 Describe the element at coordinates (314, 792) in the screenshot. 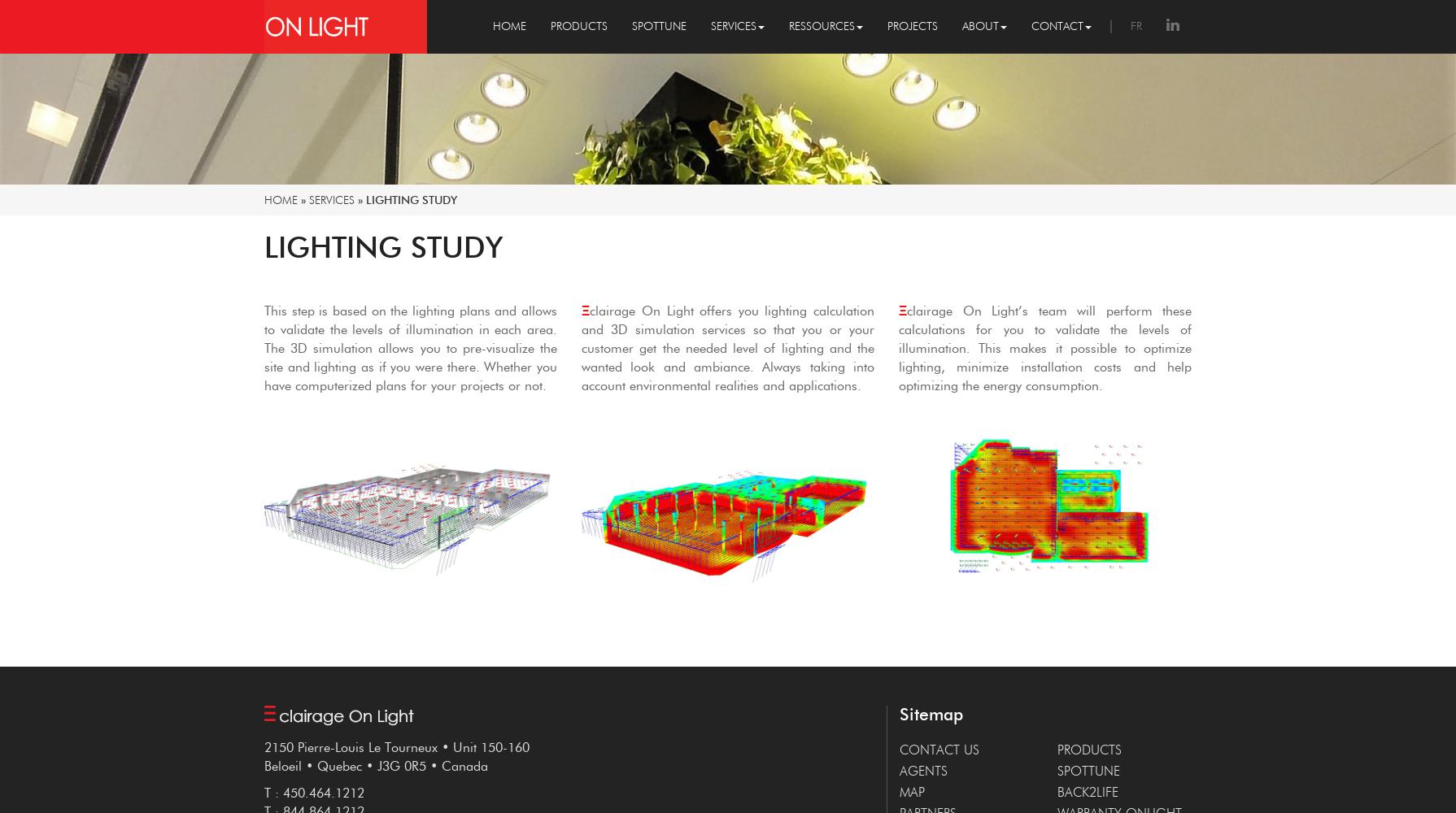

I see `'T : 450.464.1212'` at that location.